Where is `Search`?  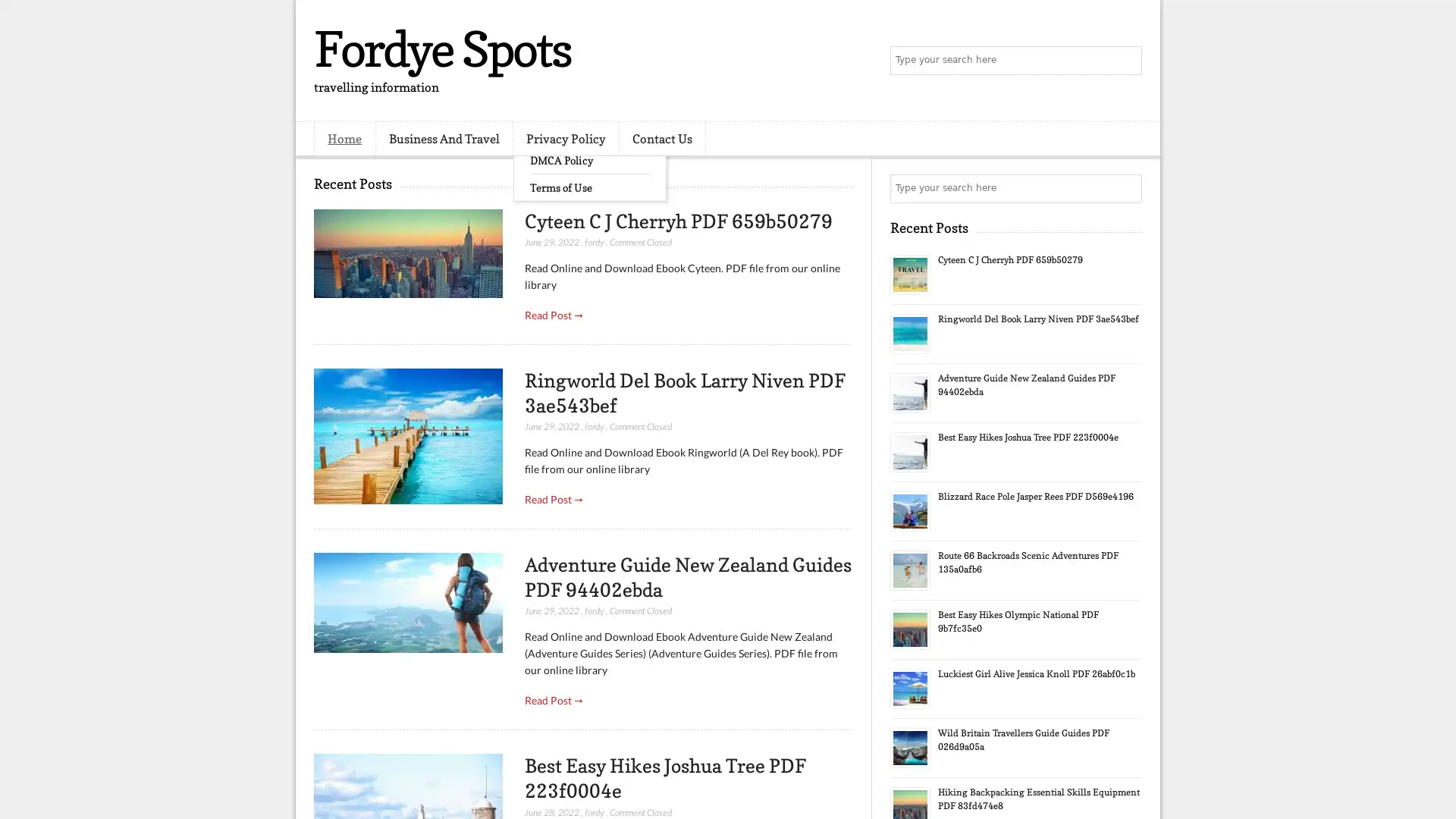 Search is located at coordinates (1126, 61).